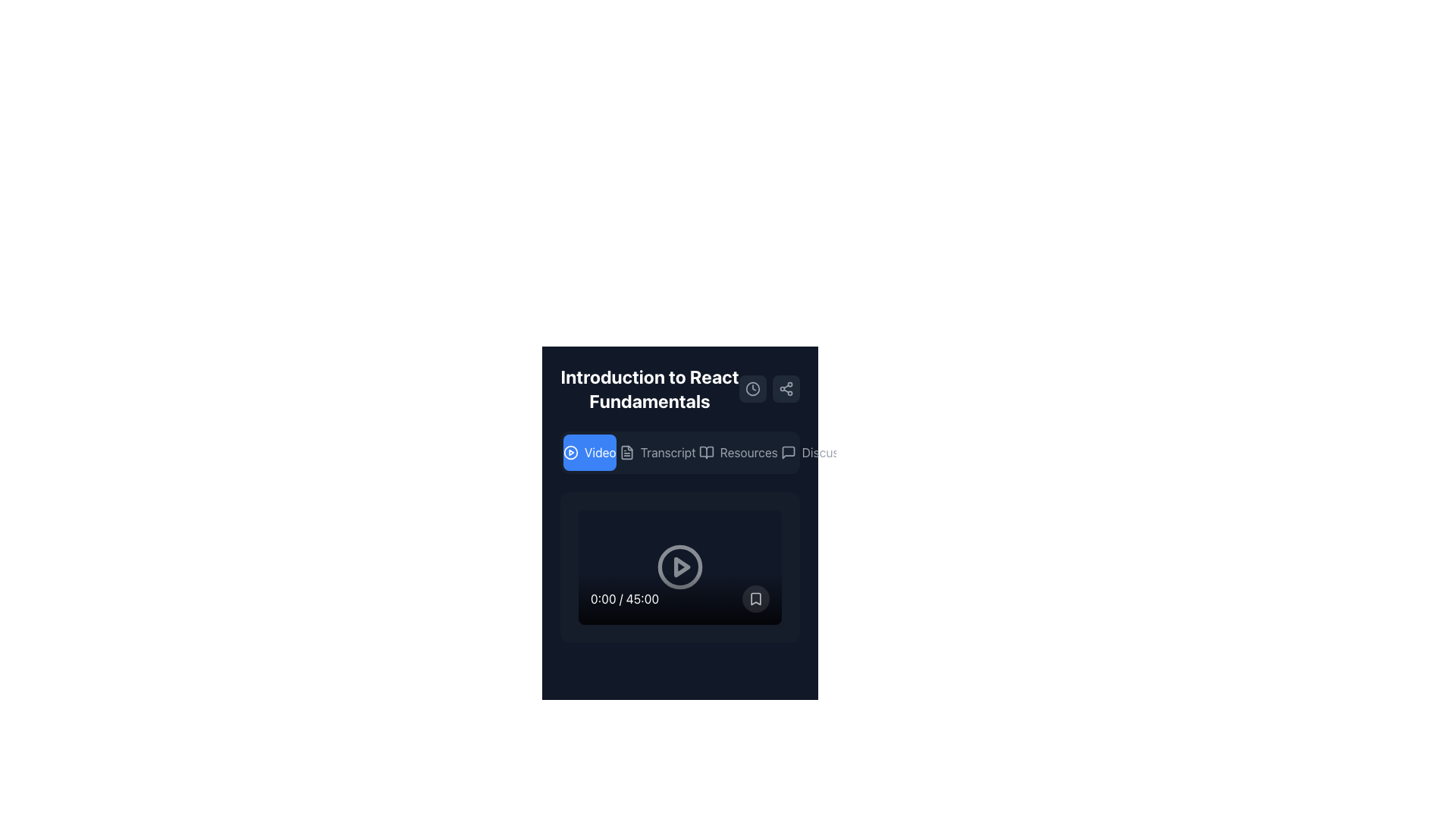  Describe the element at coordinates (788, 452) in the screenshot. I see `the compact gray speech bubble icon located in the 'Discussion' menu bar, positioned to the far left of the 'Discussion' text component` at that location.